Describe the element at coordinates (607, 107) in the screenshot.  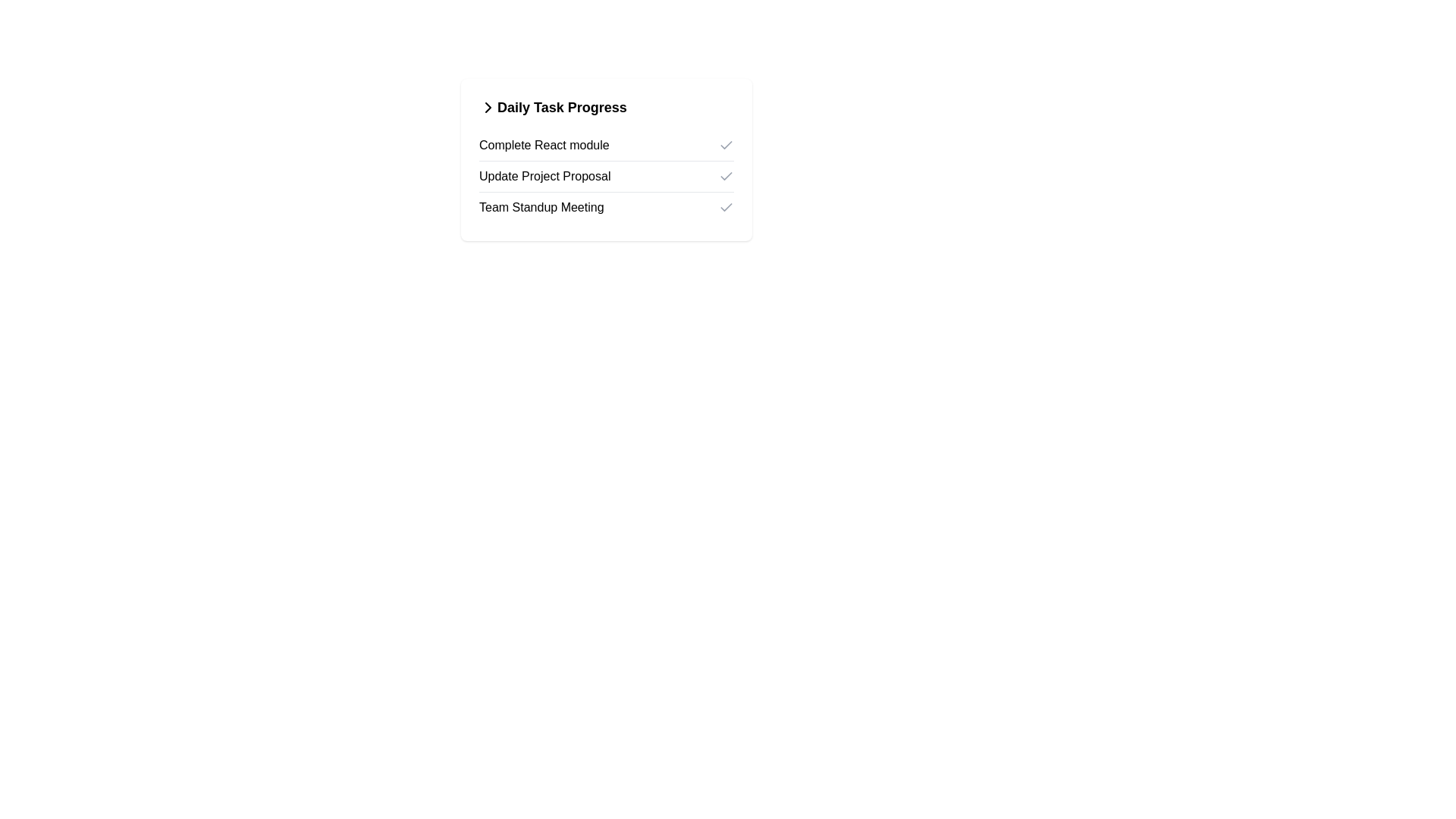
I see `the 'Daily Task Progress' heading with the right-pointing chevron icon` at that location.